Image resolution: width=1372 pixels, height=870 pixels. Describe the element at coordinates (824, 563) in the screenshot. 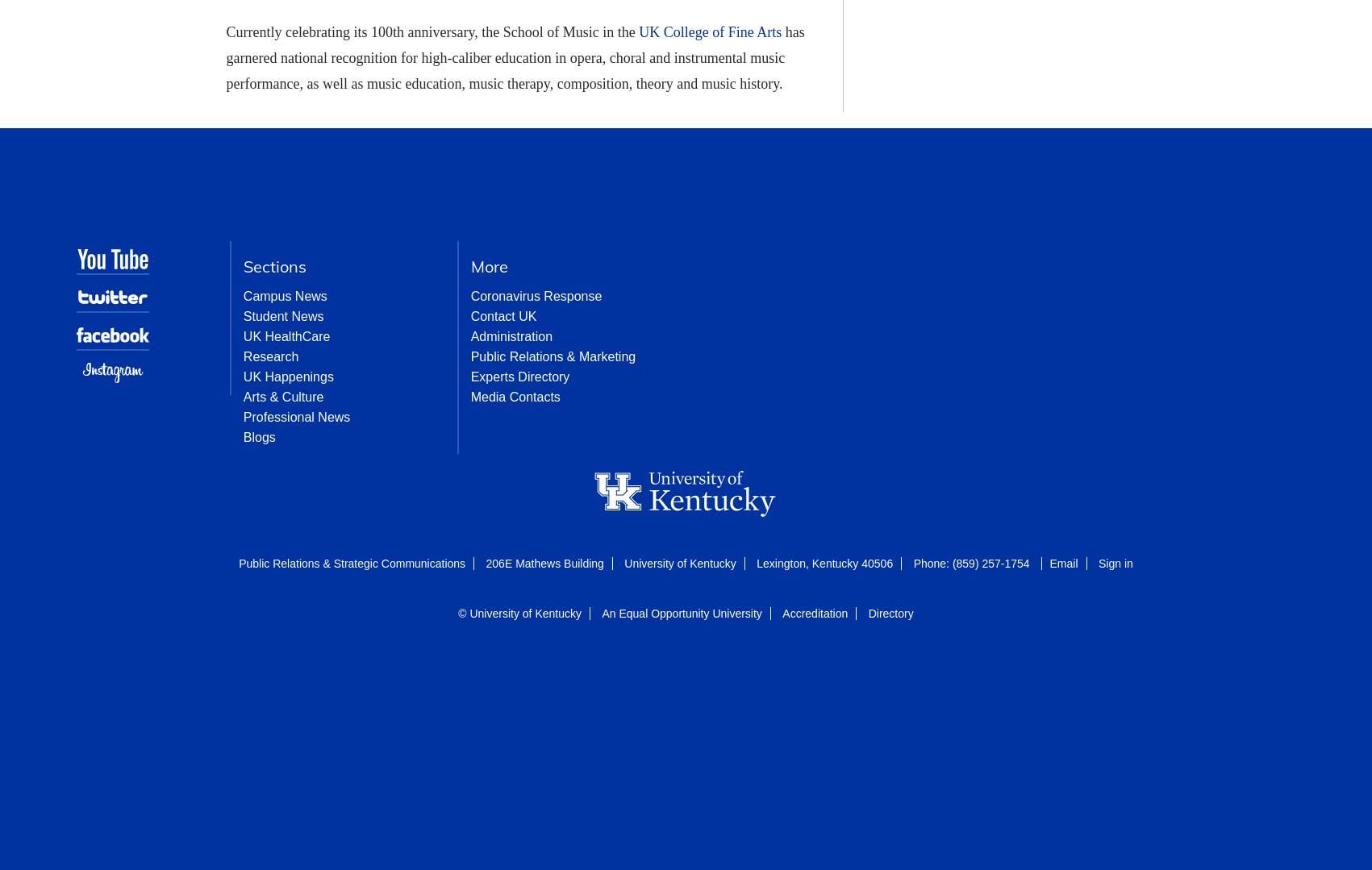

I see `'Lexington, Kentucky 40506'` at that location.